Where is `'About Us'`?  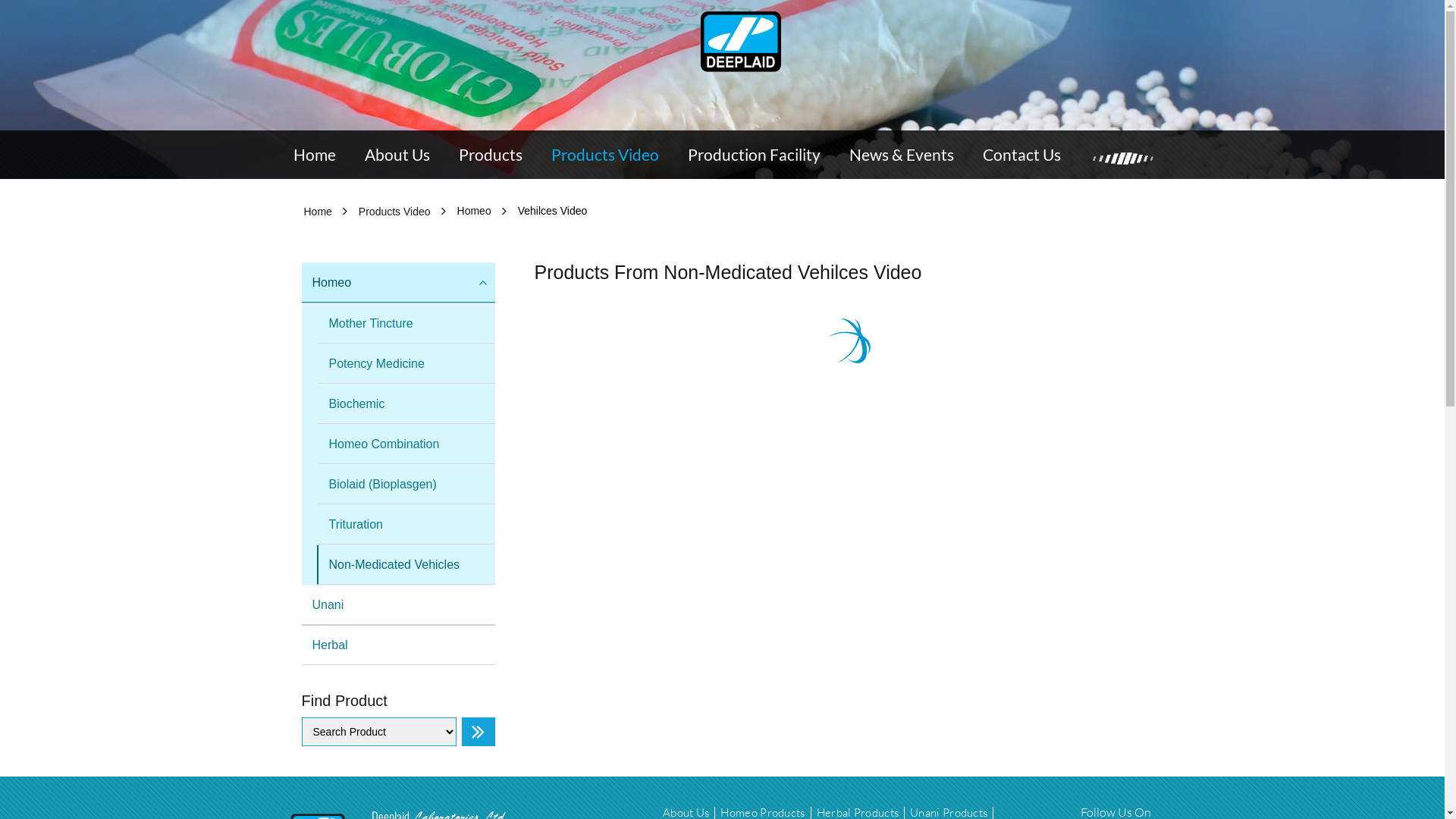 'About Us' is located at coordinates (397, 155).